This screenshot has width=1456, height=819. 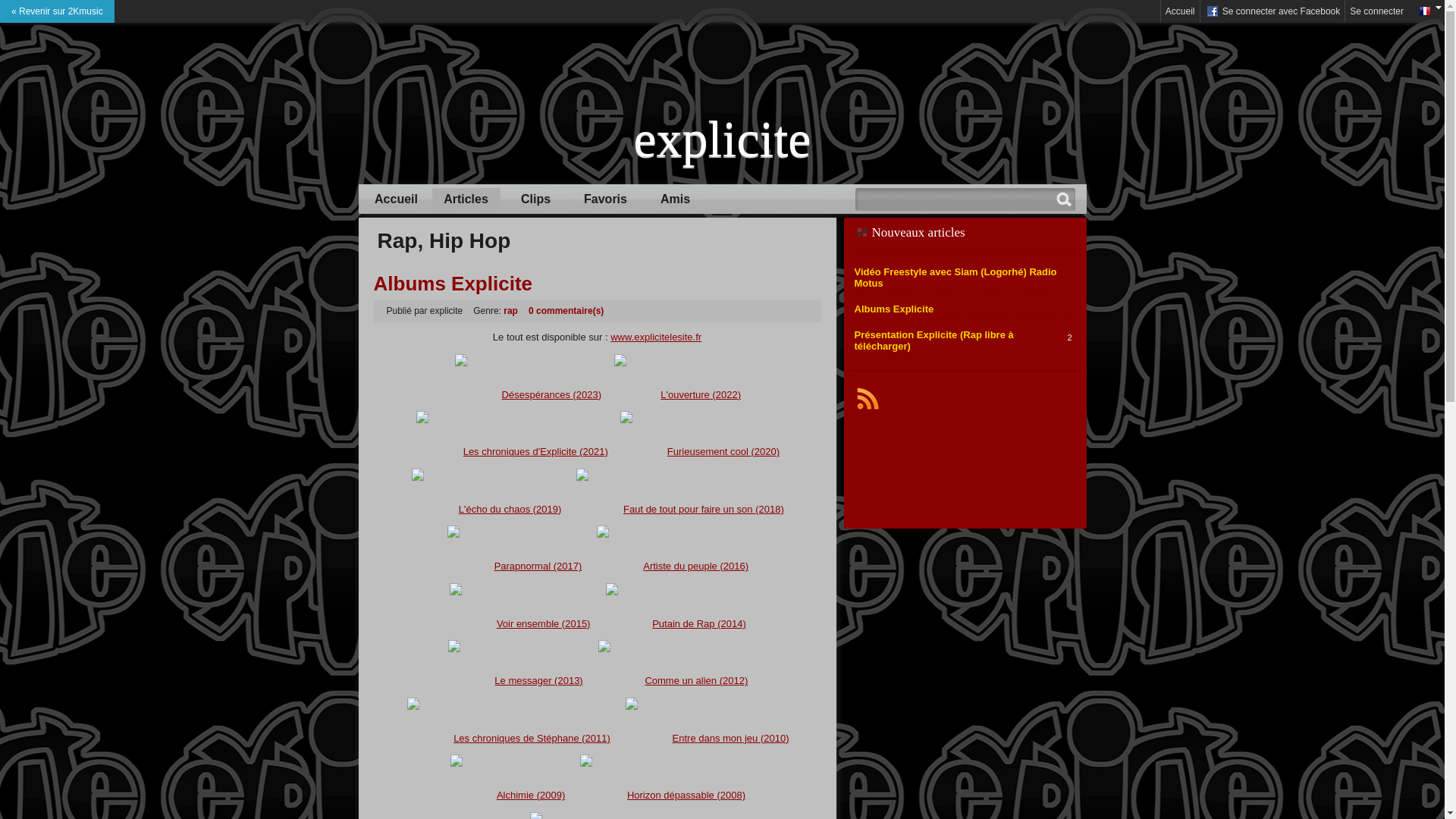 What do you see at coordinates (893, 308) in the screenshot?
I see `'Albums Explicite'` at bounding box center [893, 308].